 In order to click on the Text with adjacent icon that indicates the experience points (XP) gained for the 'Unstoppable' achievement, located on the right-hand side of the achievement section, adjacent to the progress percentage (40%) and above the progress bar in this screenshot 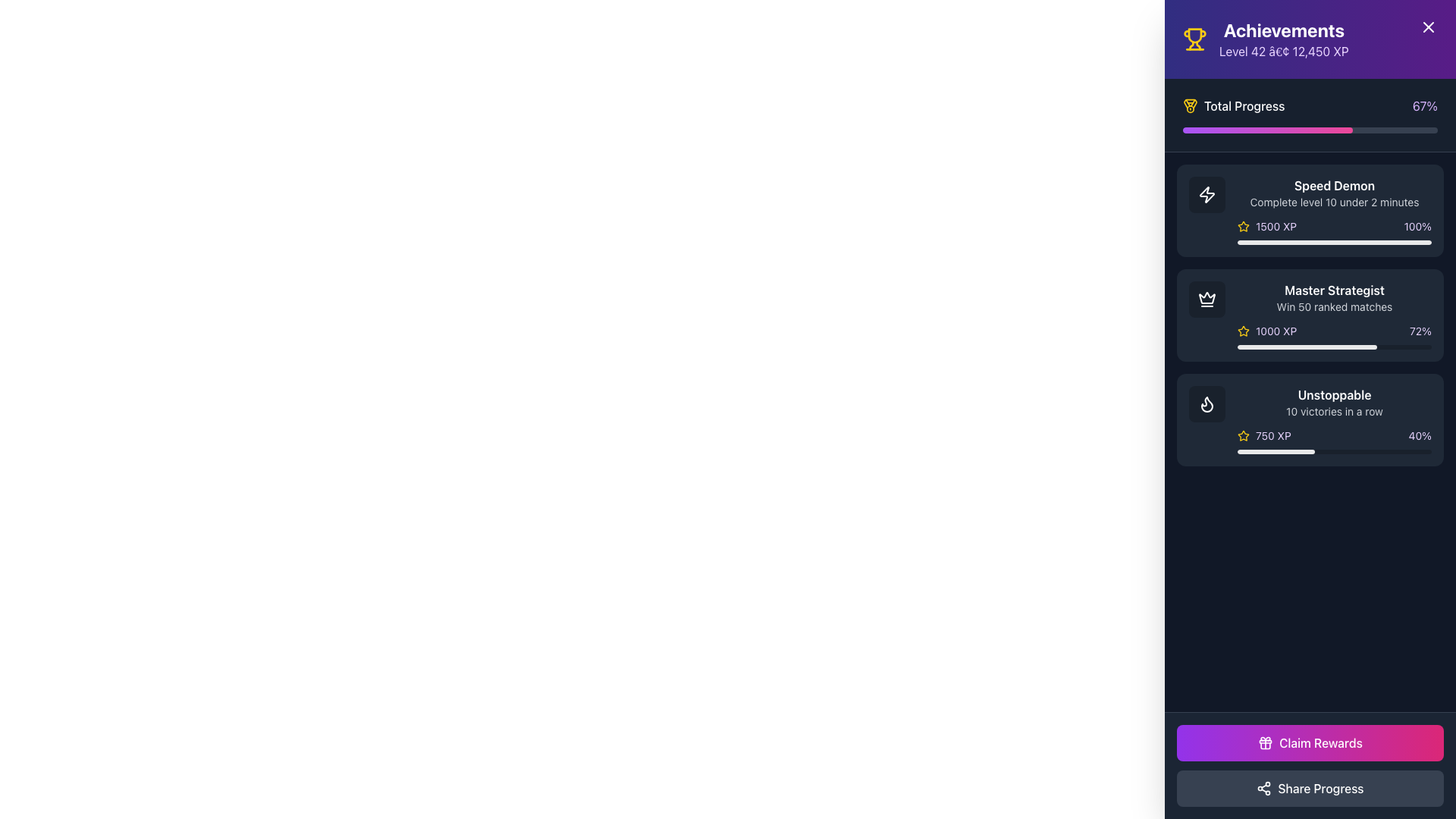, I will do `click(1264, 435)`.